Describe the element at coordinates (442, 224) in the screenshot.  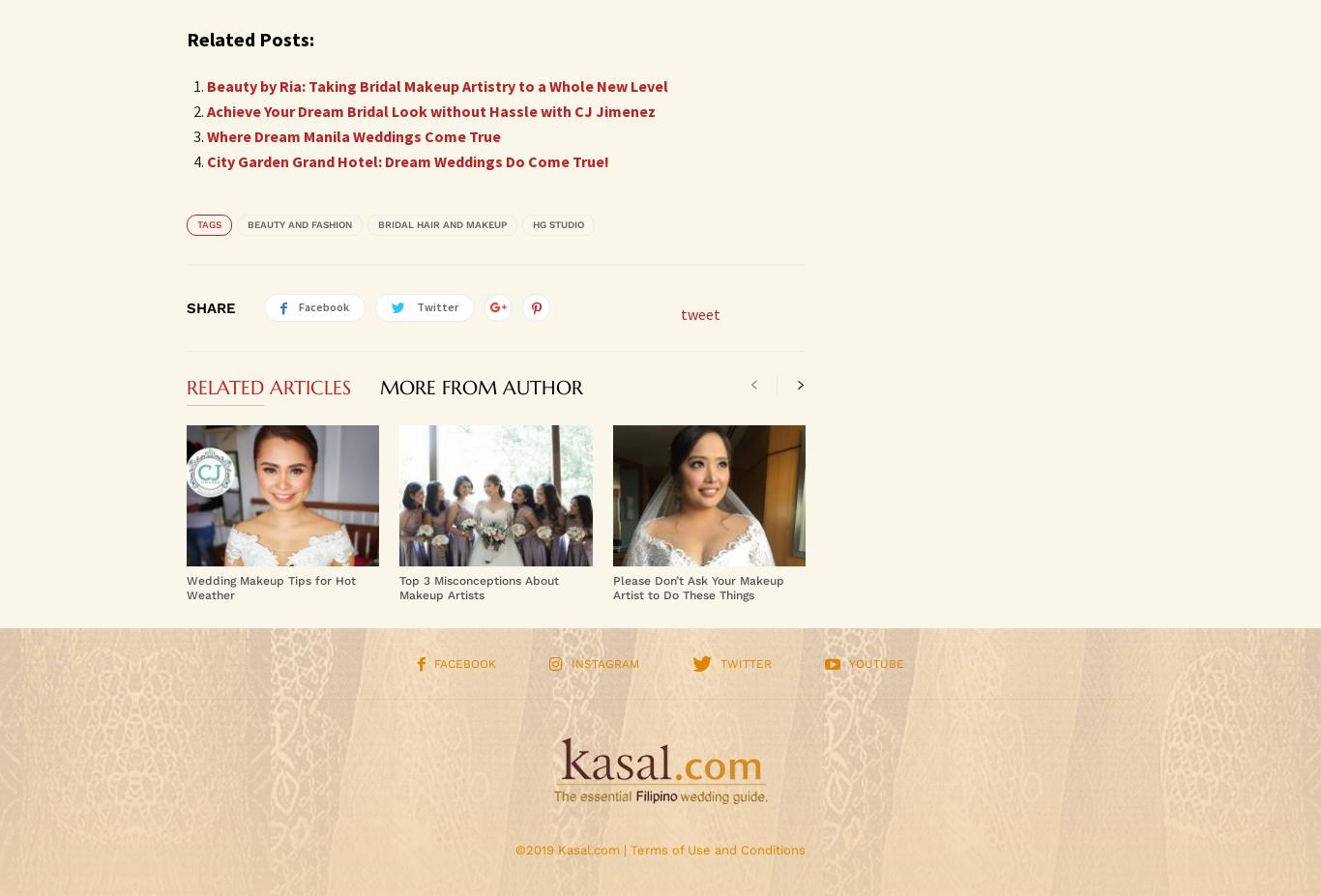
I see `'bridal hair and makeup'` at that location.